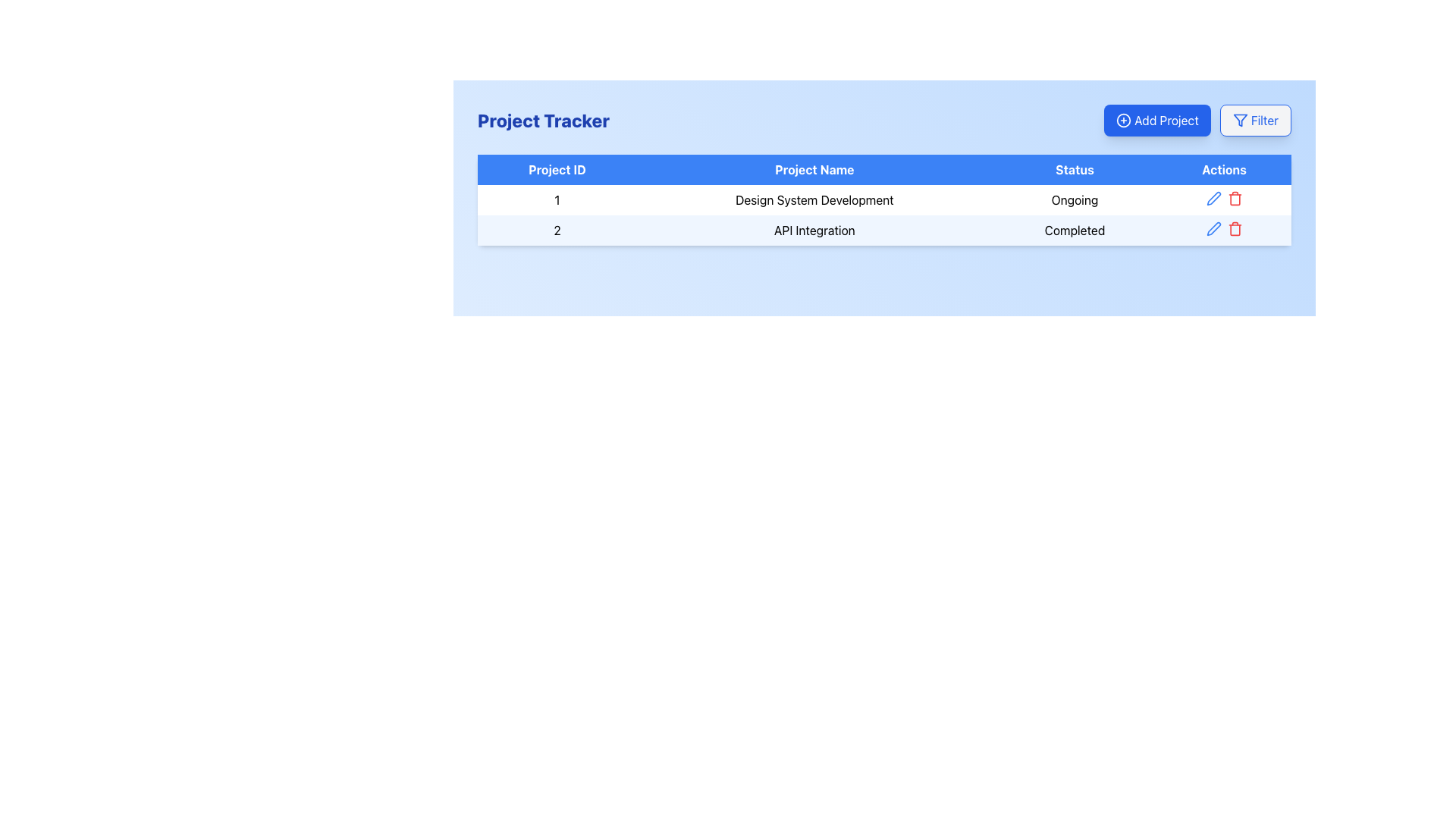  Describe the element at coordinates (814, 231) in the screenshot. I see `the static text label indicating the project name in the second row of the table with Project ID 2` at that location.